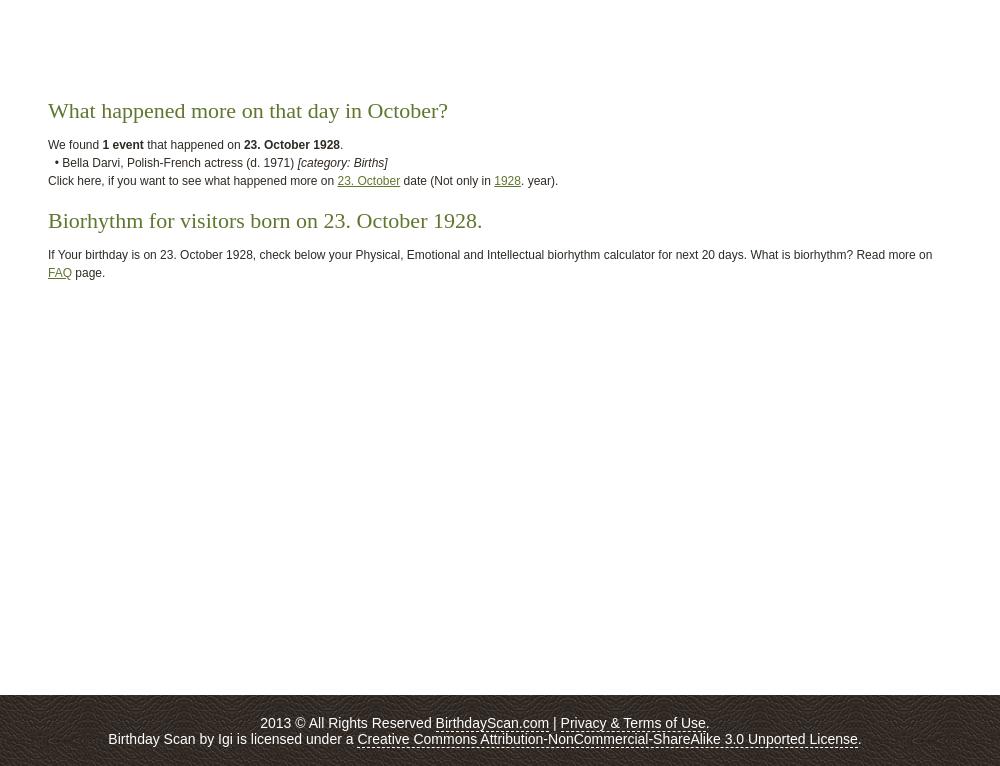 This screenshot has height=766, width=1000. I want to click on 'We found', so click(74, 145).